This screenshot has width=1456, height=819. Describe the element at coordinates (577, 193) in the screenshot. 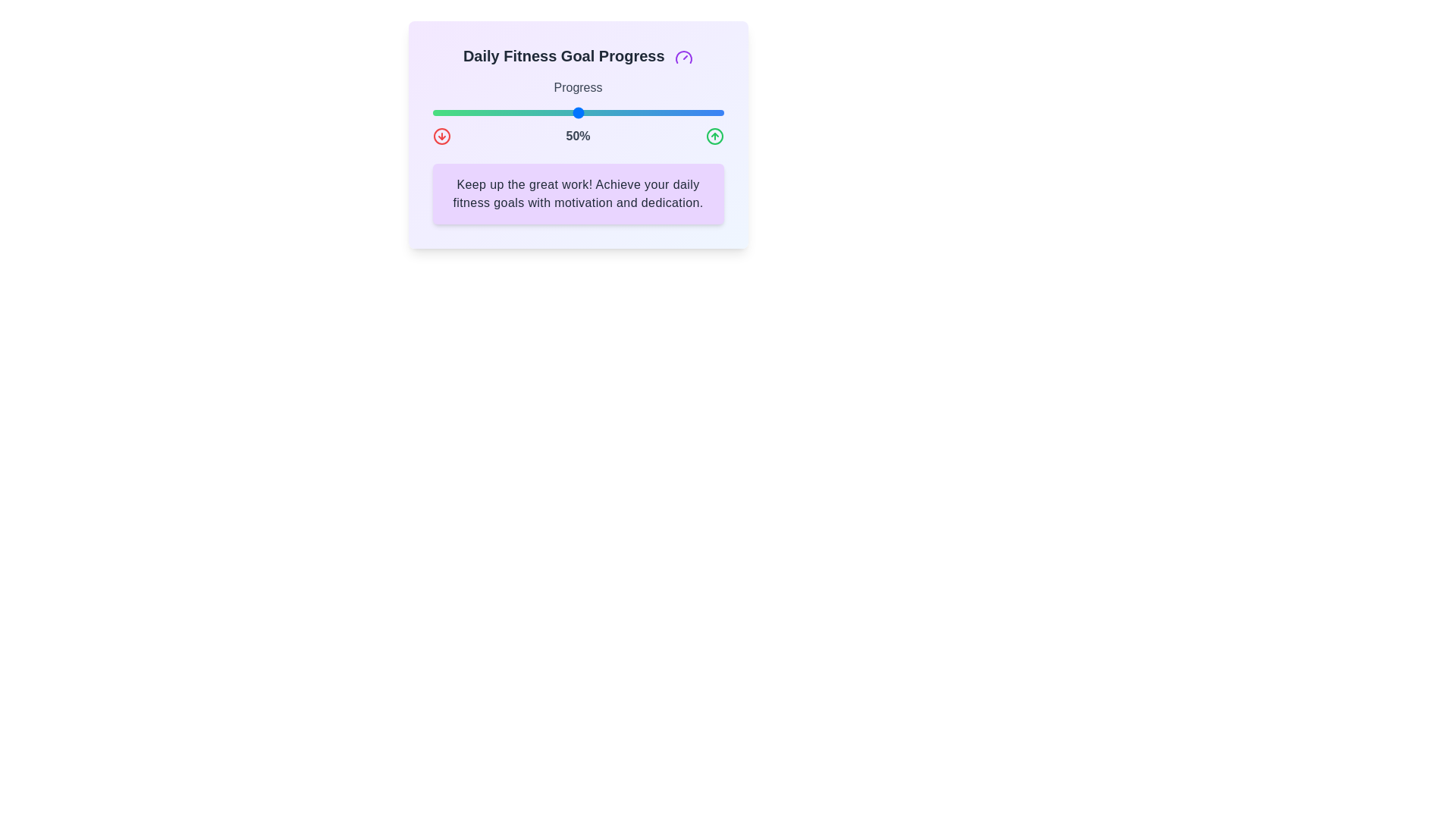

I see `the motivational text area to read its content` at that location.